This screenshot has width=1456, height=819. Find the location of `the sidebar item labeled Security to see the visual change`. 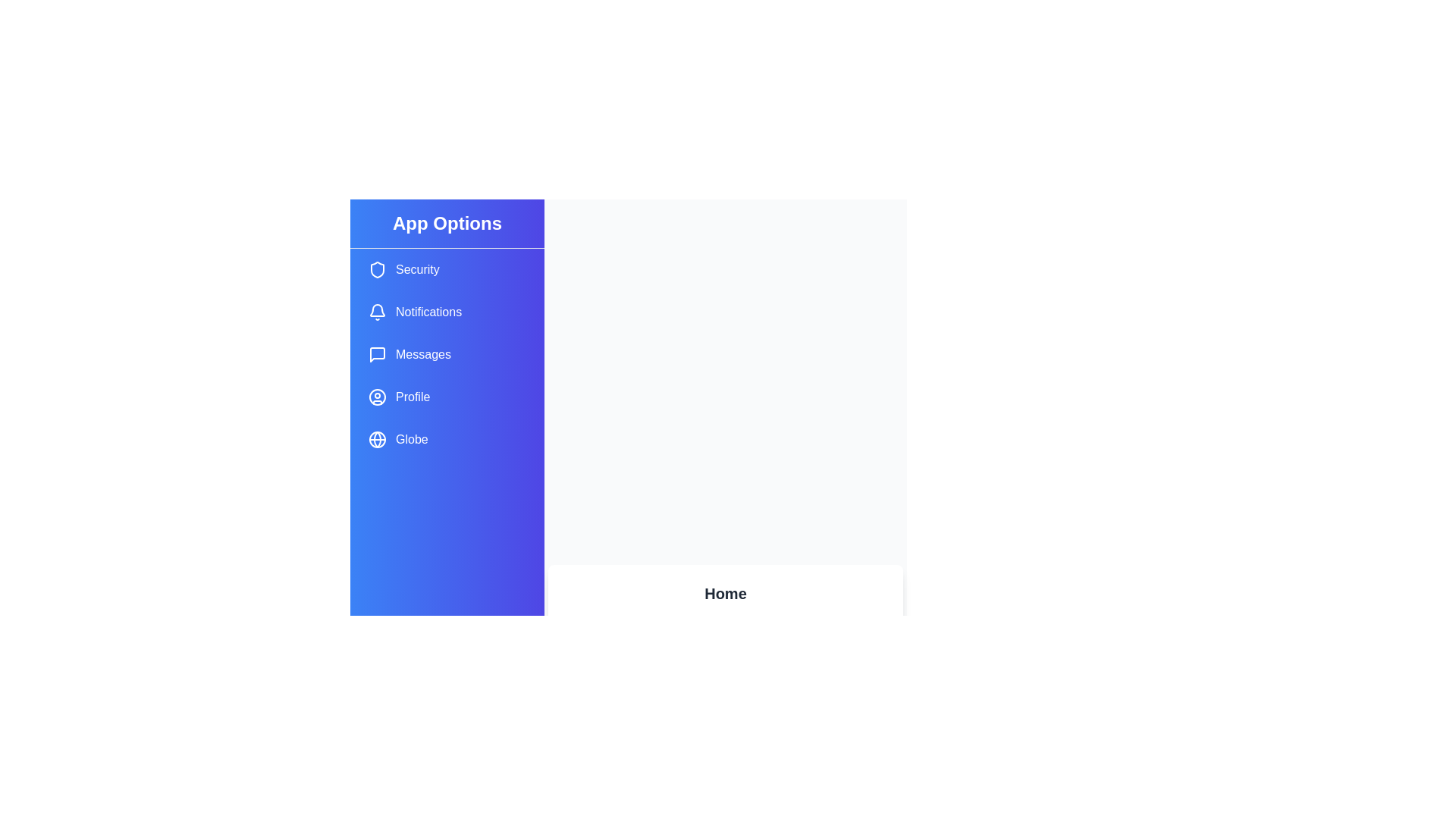

the sidebar item labeled Security to see the visual change is located at coordinates (447, 268).